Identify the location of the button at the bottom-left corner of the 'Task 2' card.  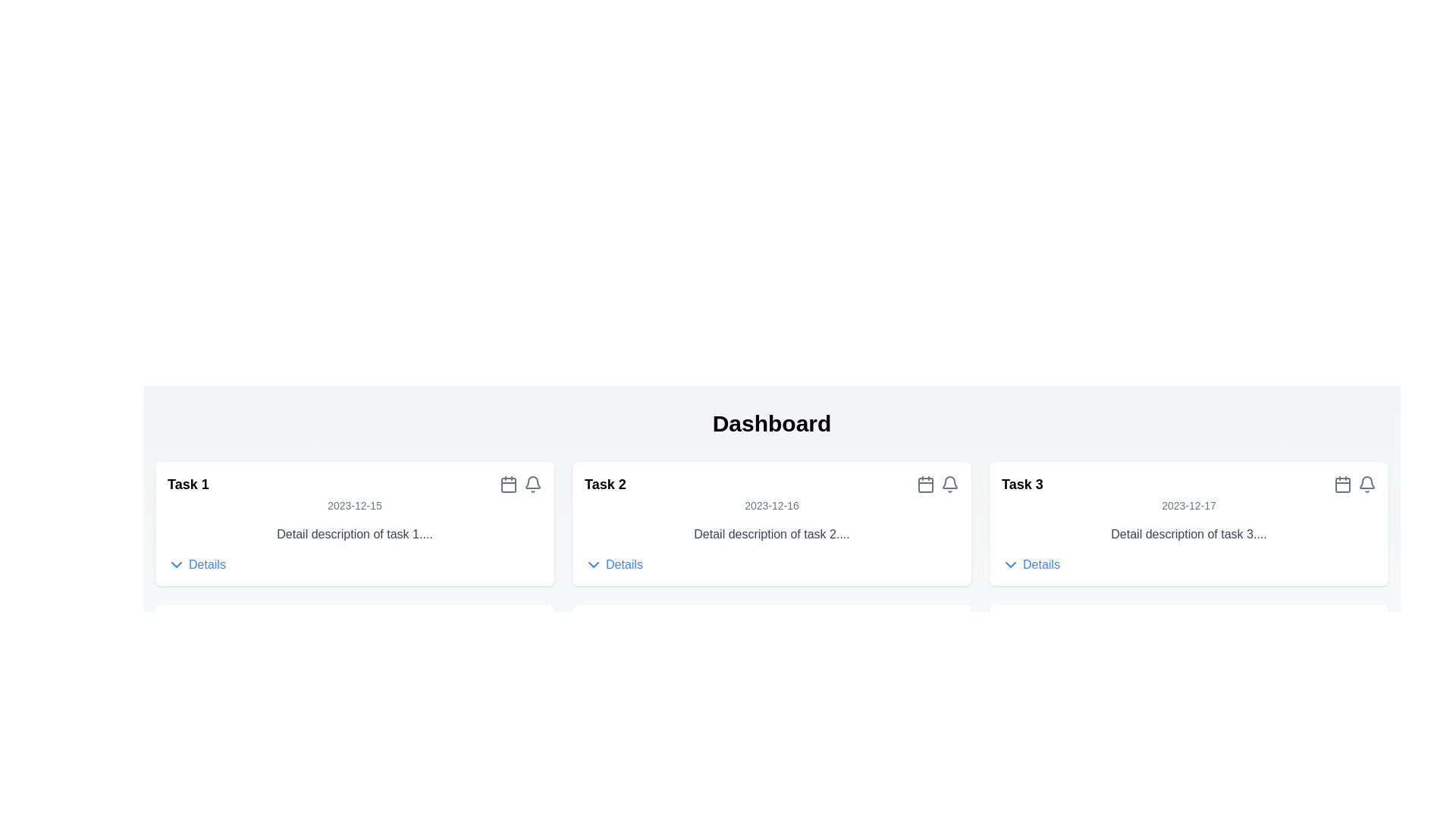
(613, 564).